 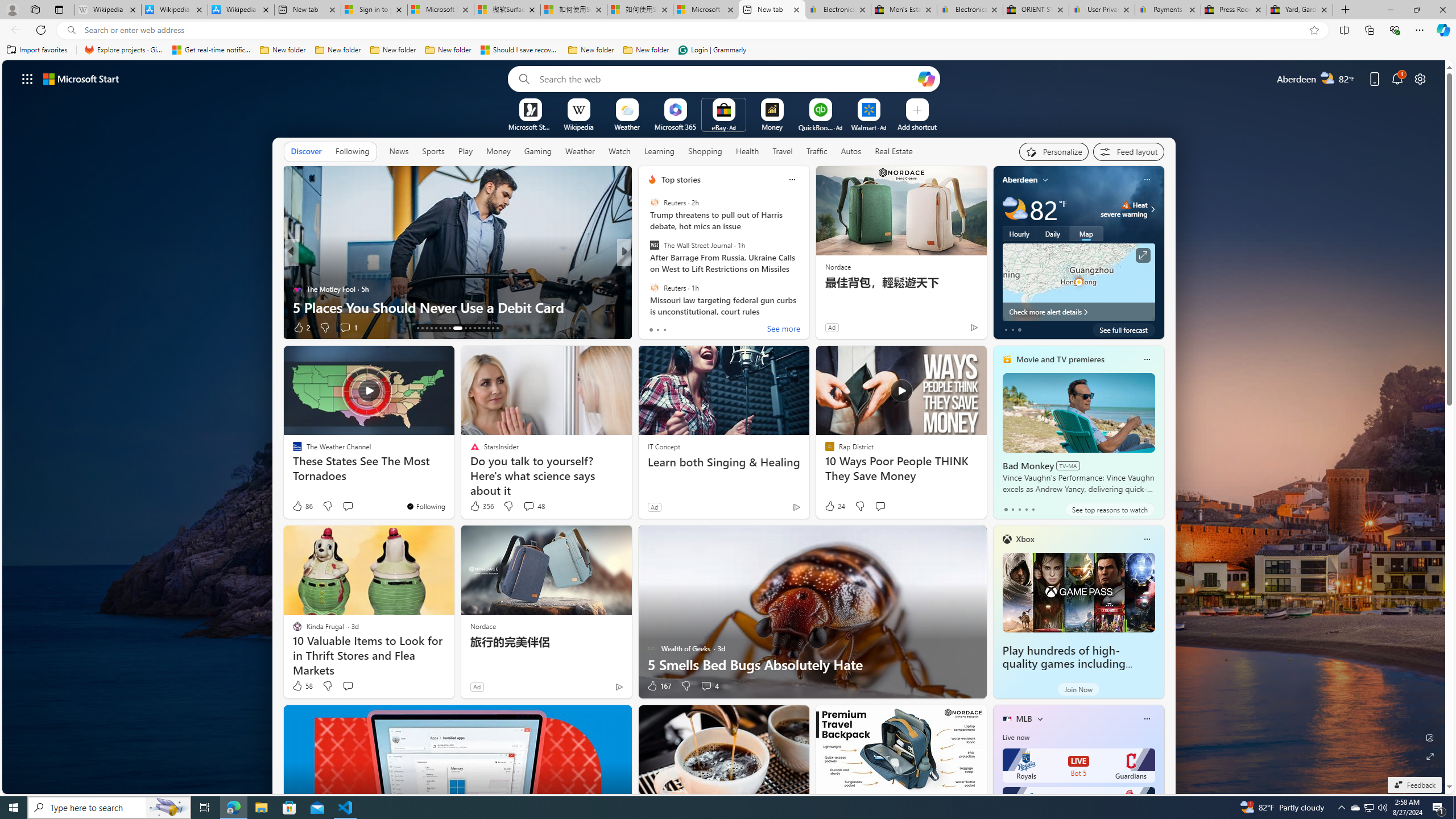 What do you see at coordinates (528, 505) in the screenshot?
I see `'View comments 48 Comment'` at bounding box center [528, 505].